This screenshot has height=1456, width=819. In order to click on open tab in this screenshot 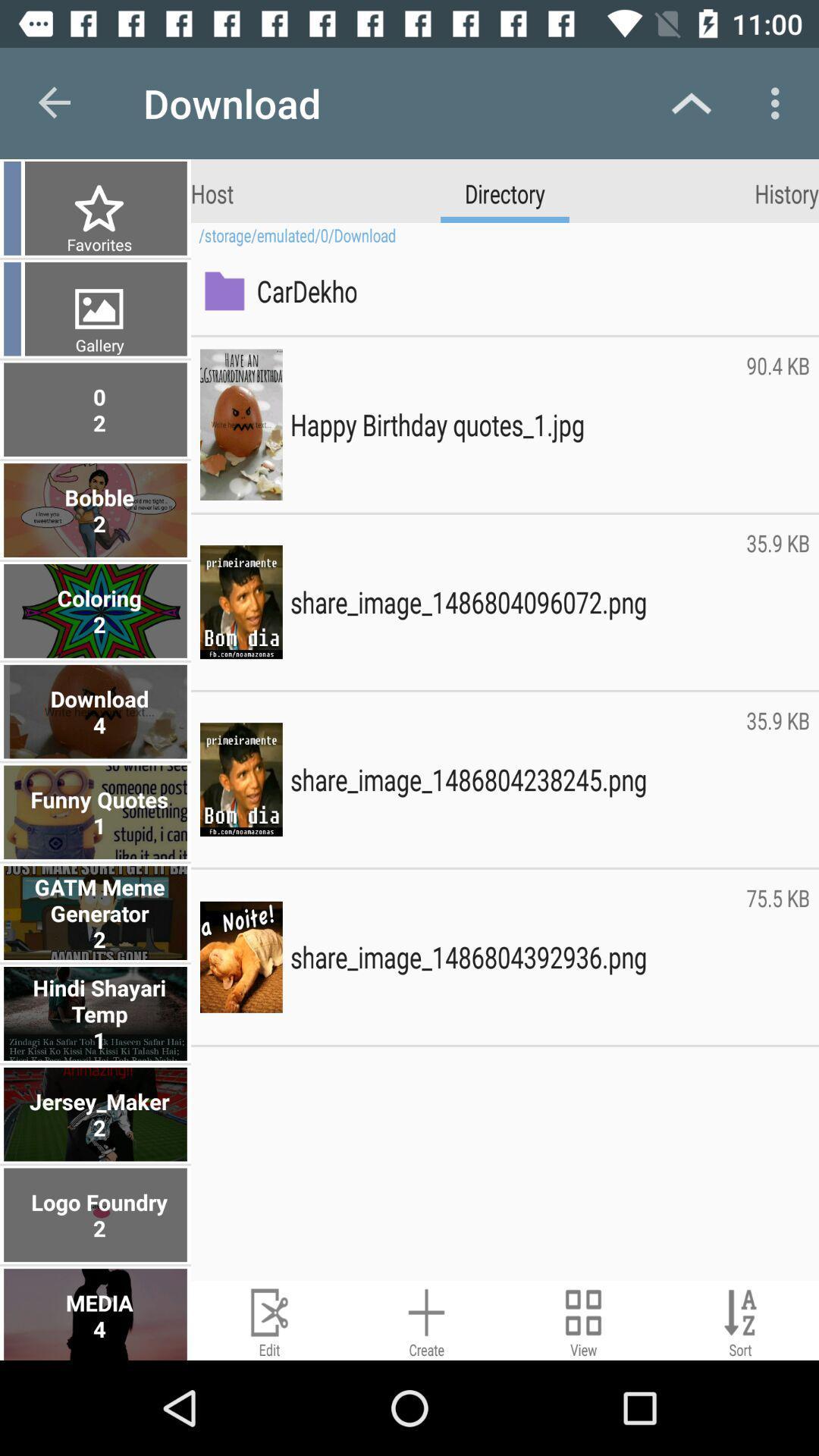, I will do `click(582, 1319)`.